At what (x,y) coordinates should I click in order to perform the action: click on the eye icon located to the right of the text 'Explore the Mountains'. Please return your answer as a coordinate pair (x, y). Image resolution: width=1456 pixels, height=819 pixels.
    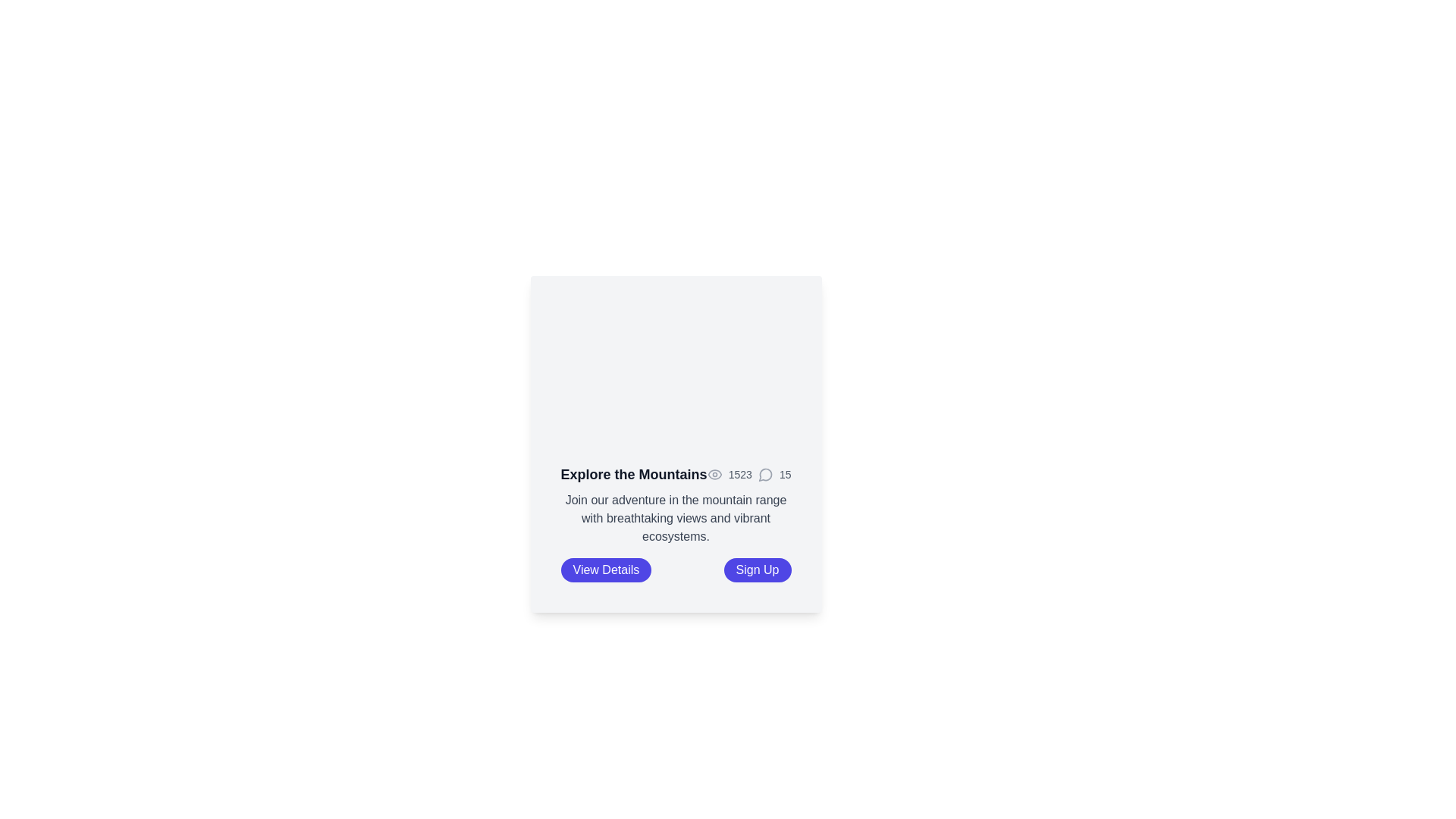
    Looking at the image, I should click on (714, 473).